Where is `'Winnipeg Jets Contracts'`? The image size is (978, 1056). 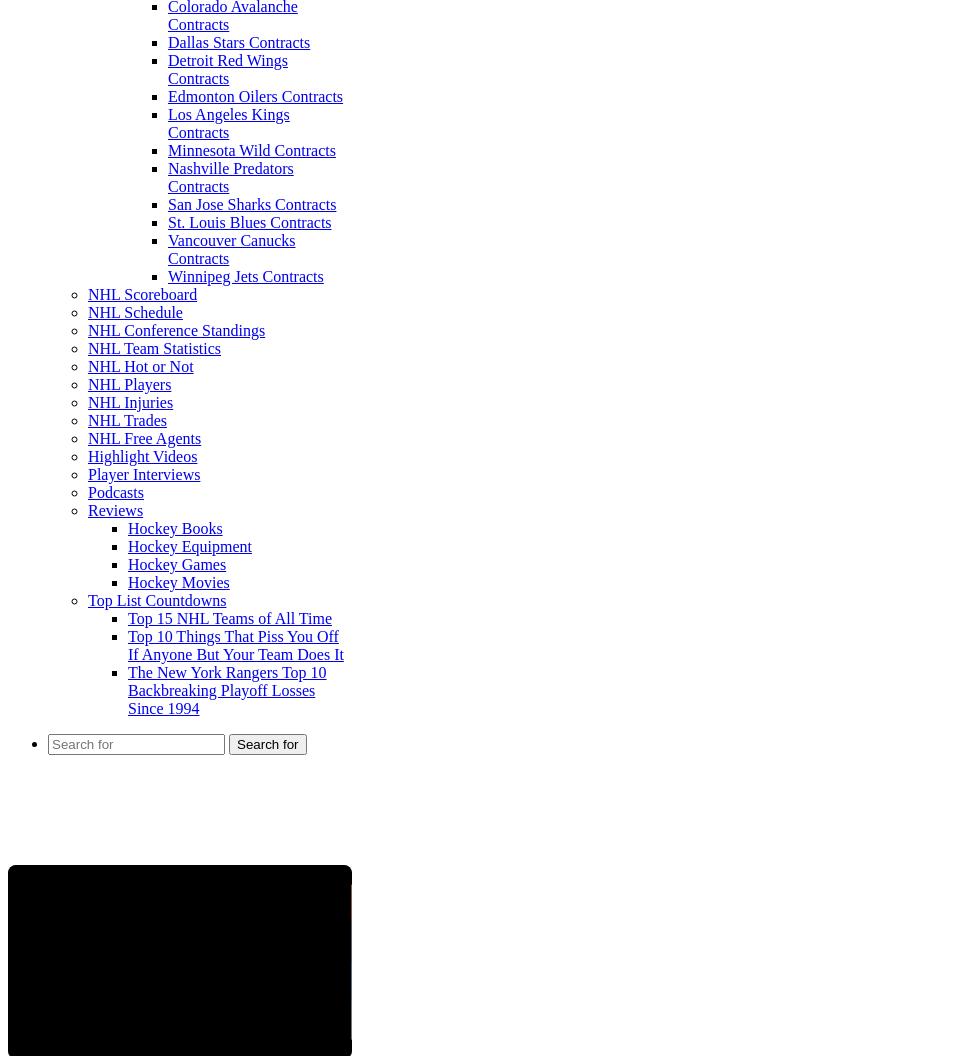 'Winnipeg Jets Contracts' is located at coordinates (244, 276).